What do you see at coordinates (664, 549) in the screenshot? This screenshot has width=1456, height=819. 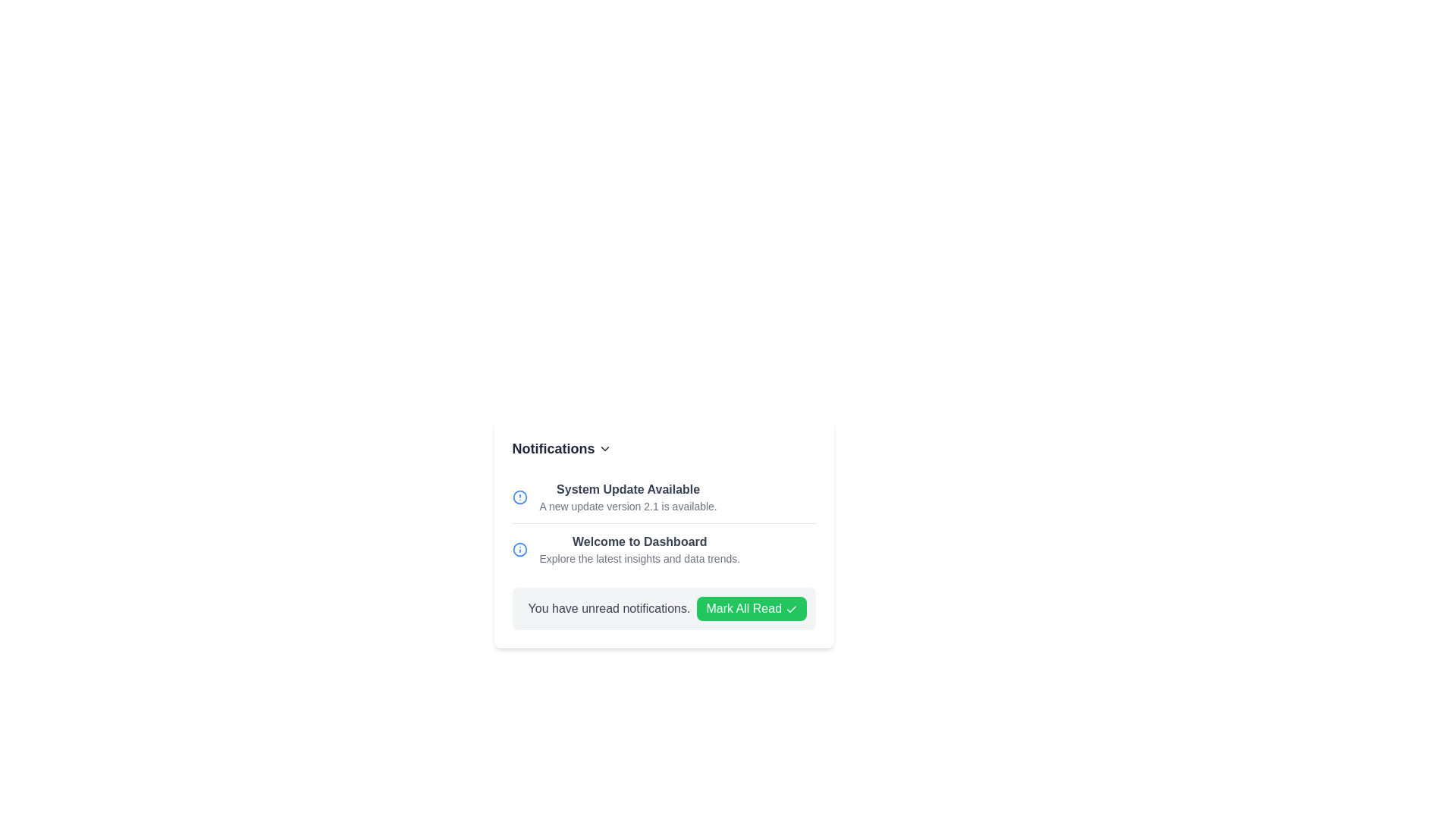 I see `the informational text block titled 'Welcome to Dashboard', which features a bold title and a subtitle, located below the 'System Update Available' notification` at bounding box center [664, 549].